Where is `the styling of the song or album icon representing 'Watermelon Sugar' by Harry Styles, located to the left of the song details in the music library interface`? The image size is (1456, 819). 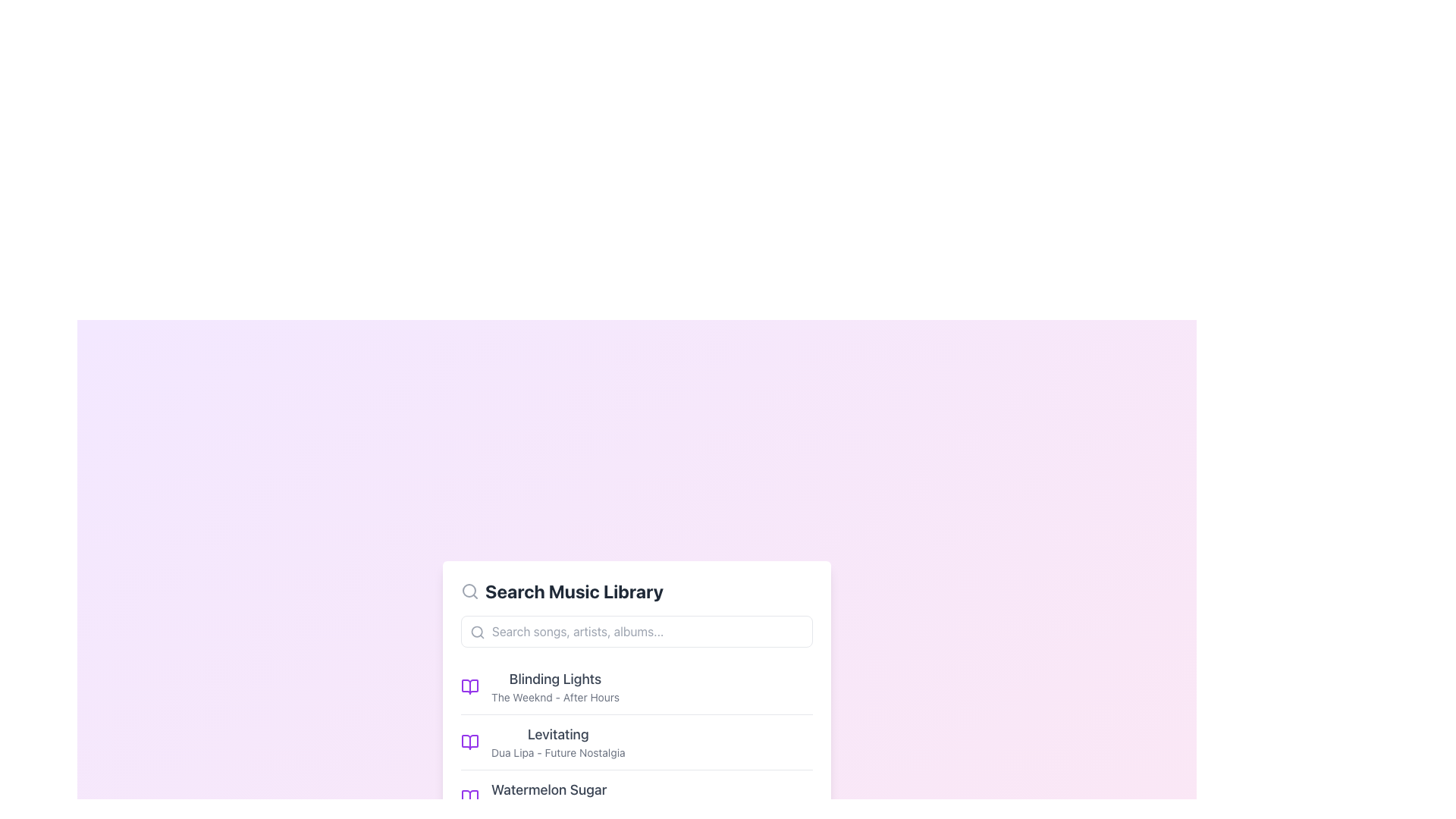
the styling of the song or album icon representing 'Watermelon Sugar' by Harry Styles, located to the left of the song details in the music library interface is located at coordinates (469, 795).